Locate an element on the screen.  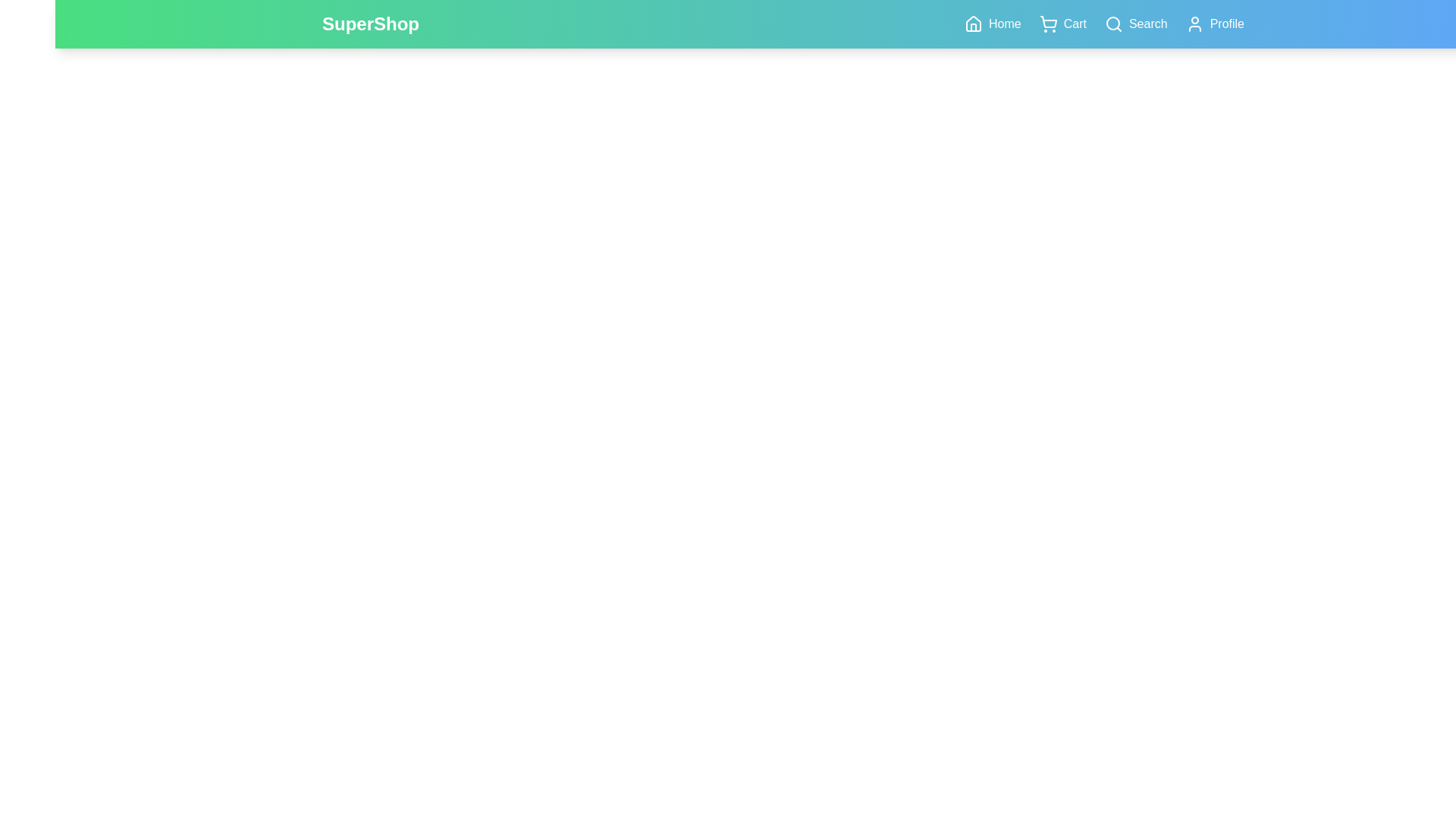
the 'Home' icon in the navigation bar is located at coordinates (974, 24).